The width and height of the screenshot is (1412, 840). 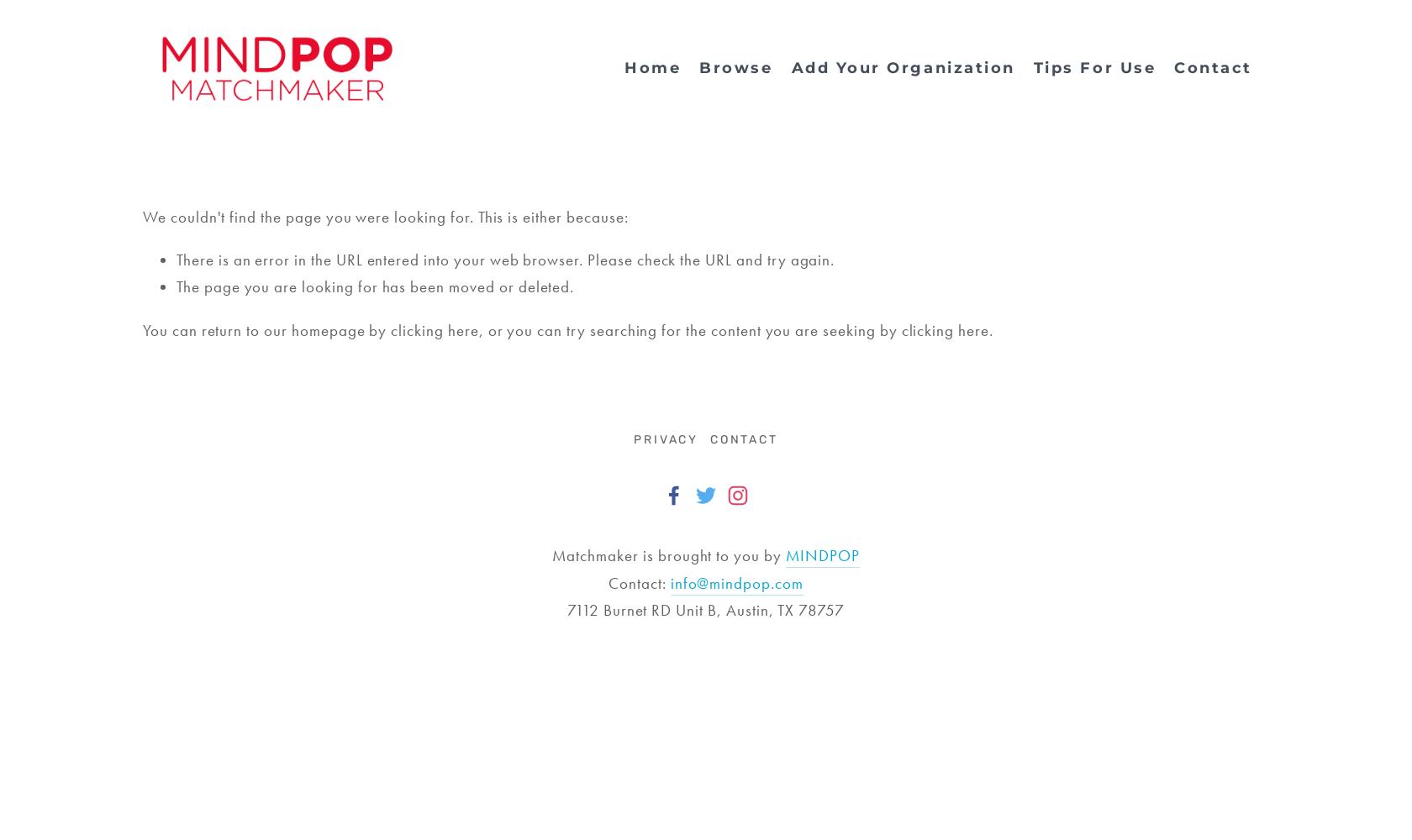 What do you see at coordinates (790, 67) in the screenshot?
I see `'Add Your Organization'` at bounding box center [790, 67].